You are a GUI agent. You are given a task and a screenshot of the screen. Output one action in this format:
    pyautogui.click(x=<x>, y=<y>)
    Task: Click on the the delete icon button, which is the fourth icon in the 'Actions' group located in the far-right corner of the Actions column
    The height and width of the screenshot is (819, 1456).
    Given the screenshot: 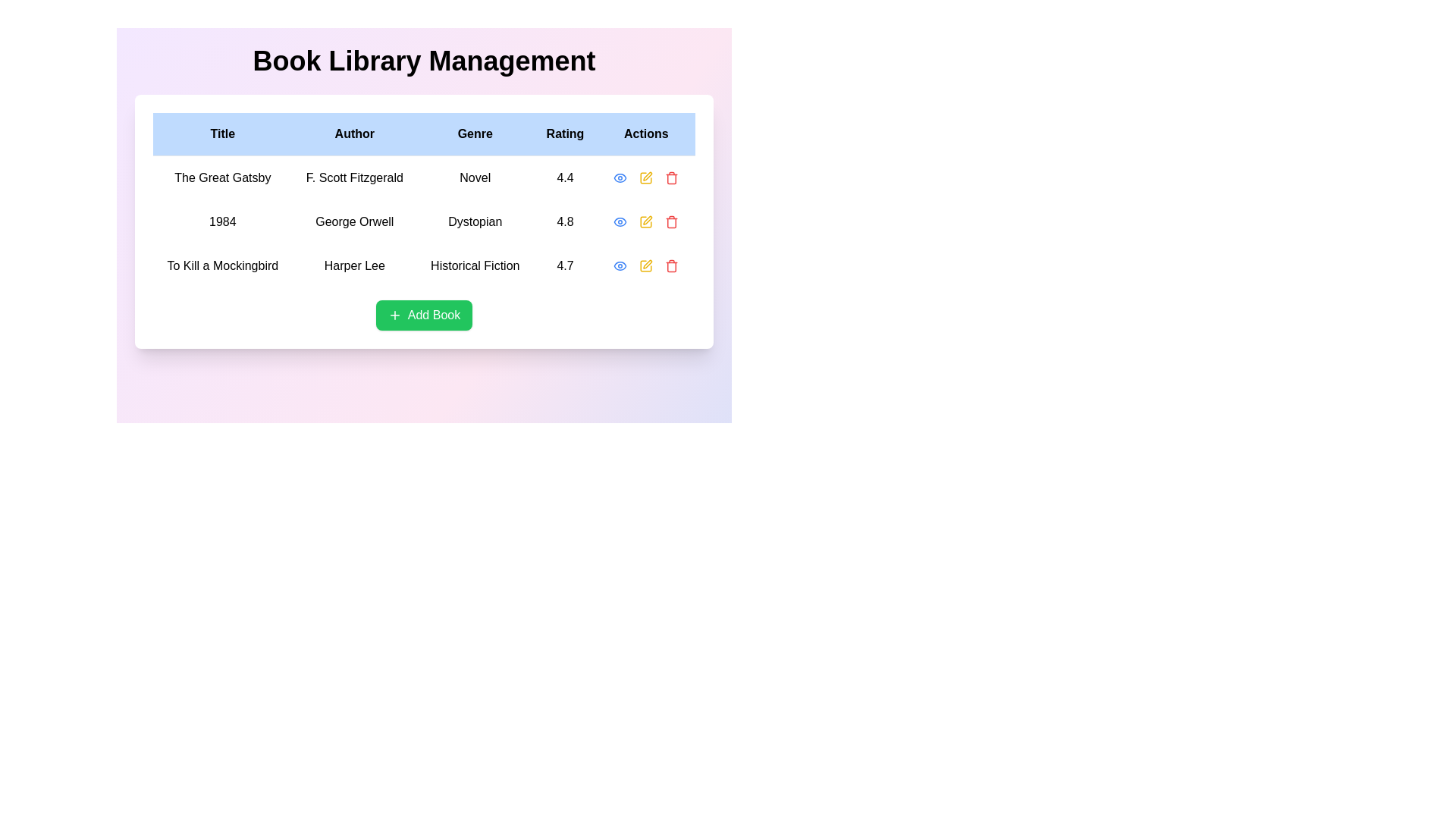 What is the action you would take?
    pyautogui.click(x=671, y=177)
    